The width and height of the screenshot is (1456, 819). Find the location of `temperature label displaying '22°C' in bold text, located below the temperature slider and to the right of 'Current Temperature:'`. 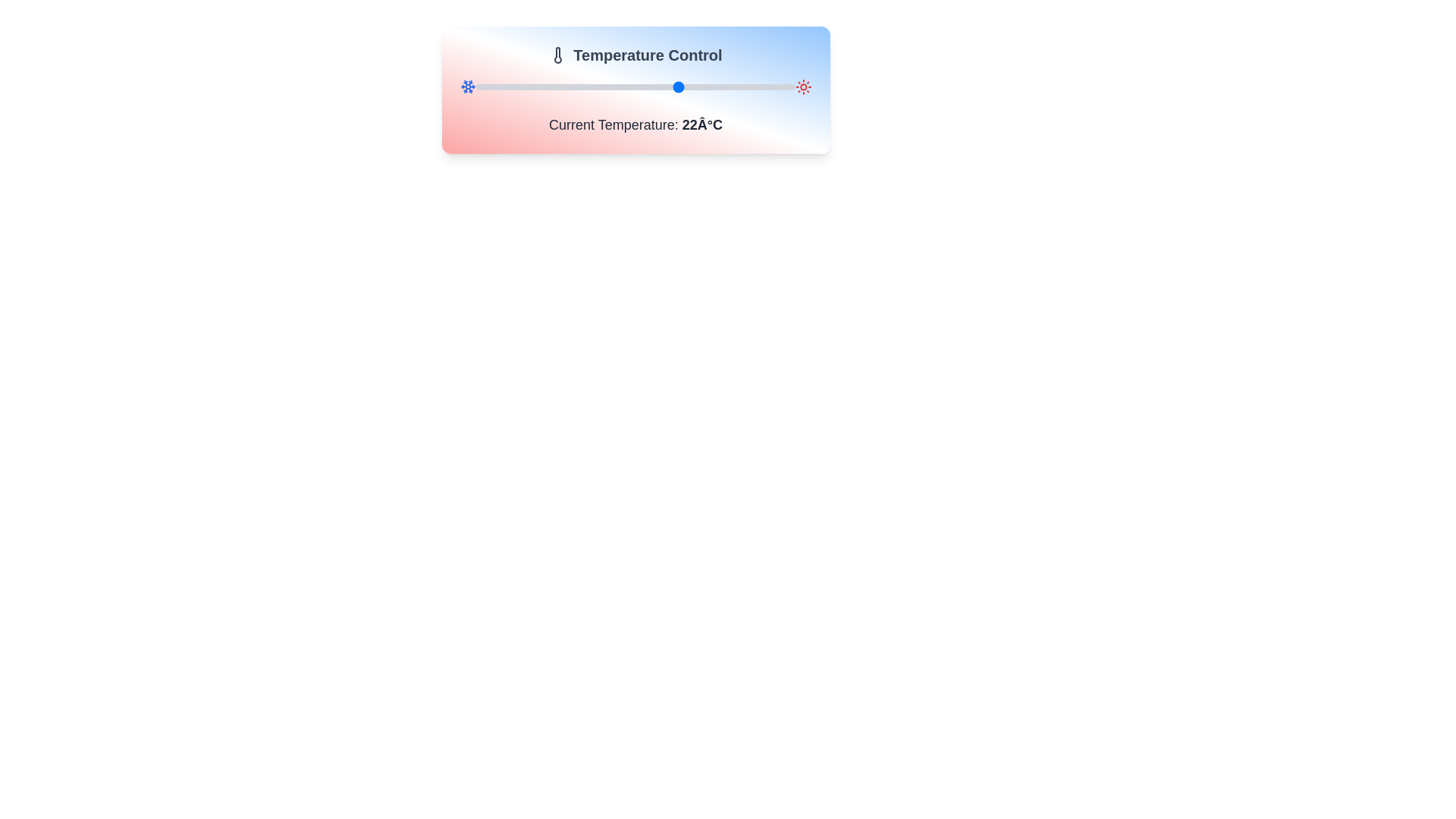

temperature label displaying '22°C' in bold text, located below the temperature slider and to the right of 'Current Temperature:' is located at coordinates (701, 124).